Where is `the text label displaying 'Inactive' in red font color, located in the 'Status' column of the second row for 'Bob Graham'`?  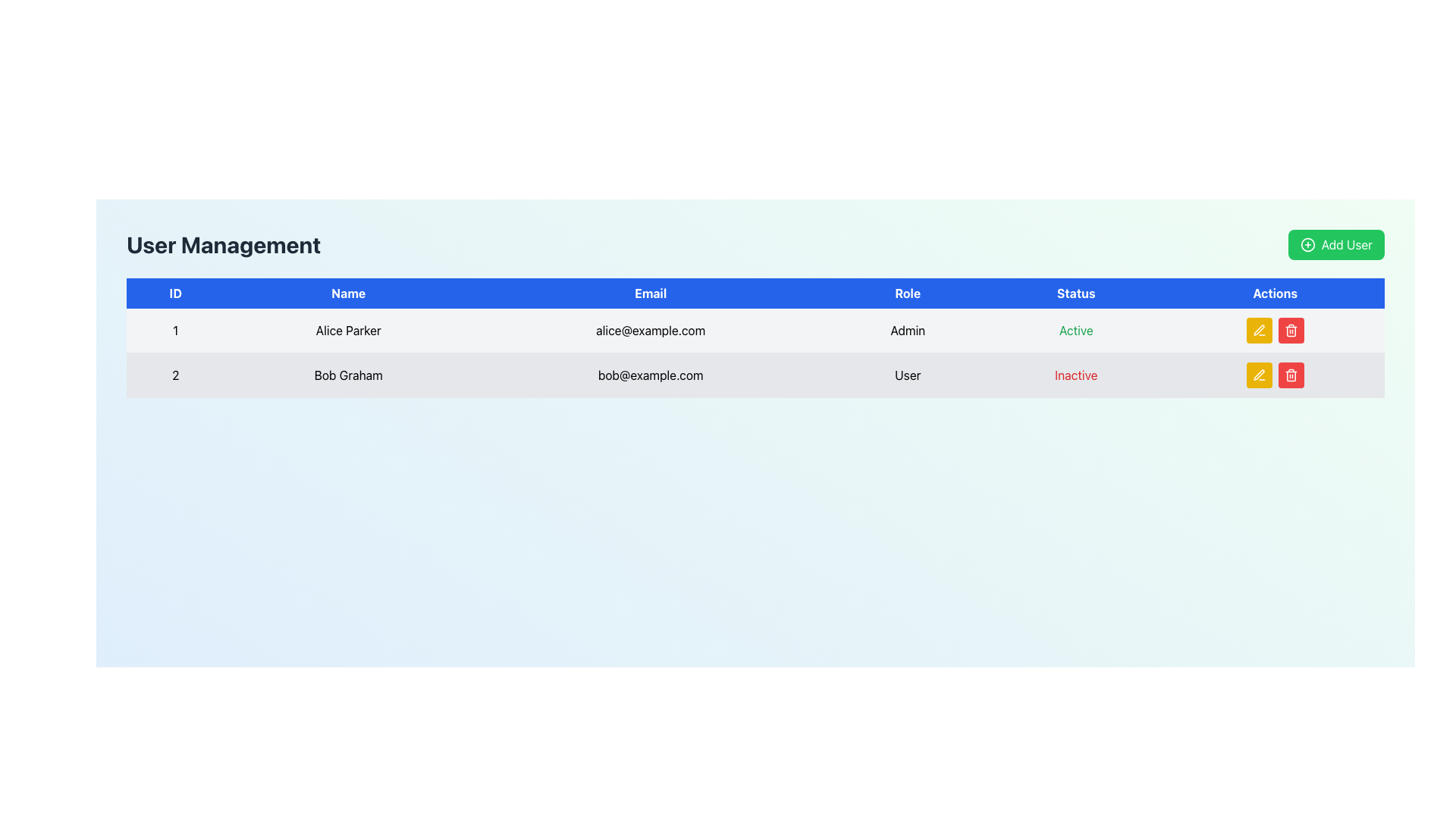 the text label displaying 'Inactive' in red font color, located in the 'Status' column of the second row for 'Bob Graham' is located at coordinates (1075, 375).